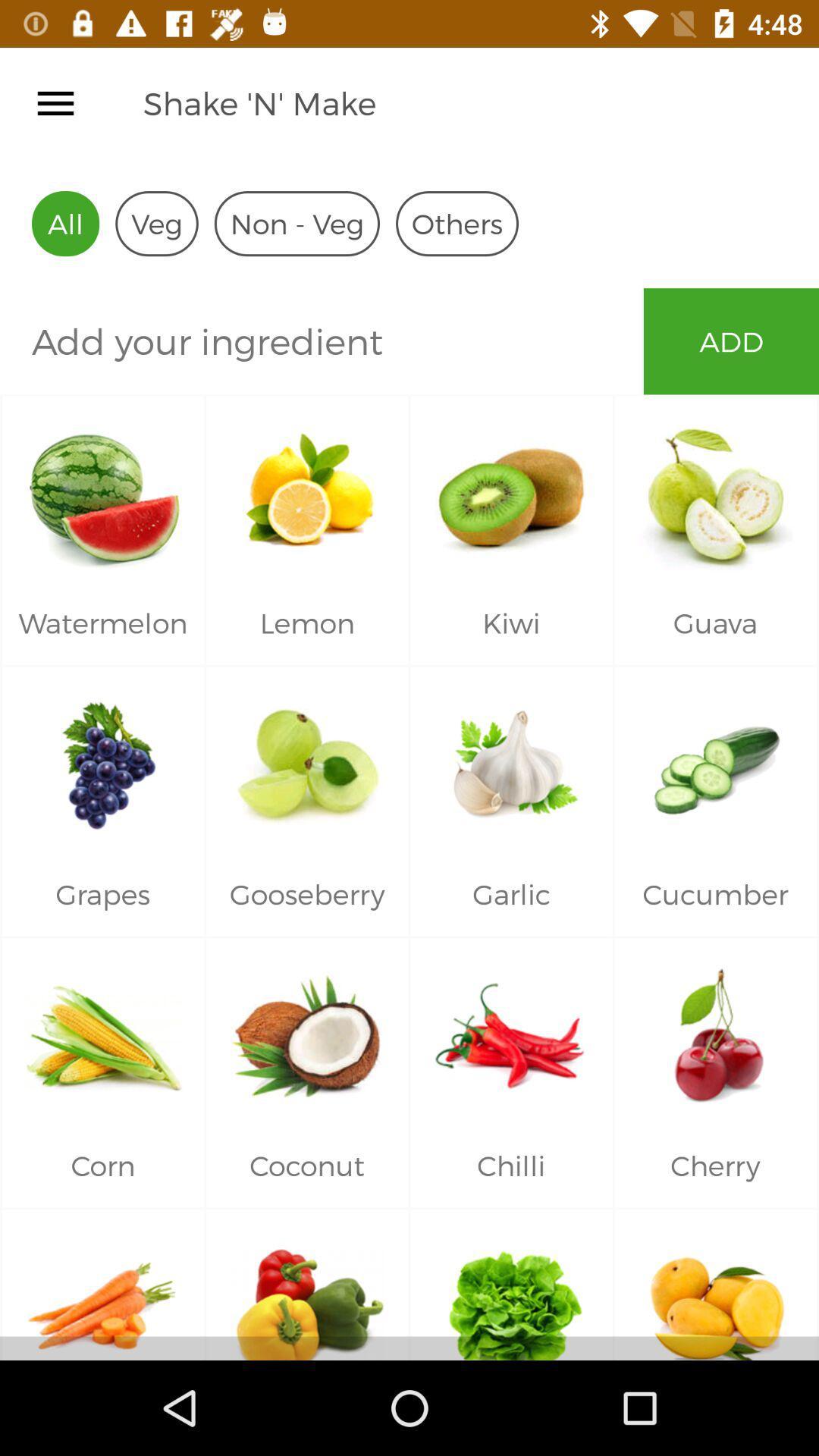  What do you see at coordinates (55, 102) in the screenshot?
I see `menu sidebar` at bounding box center [55, 102].